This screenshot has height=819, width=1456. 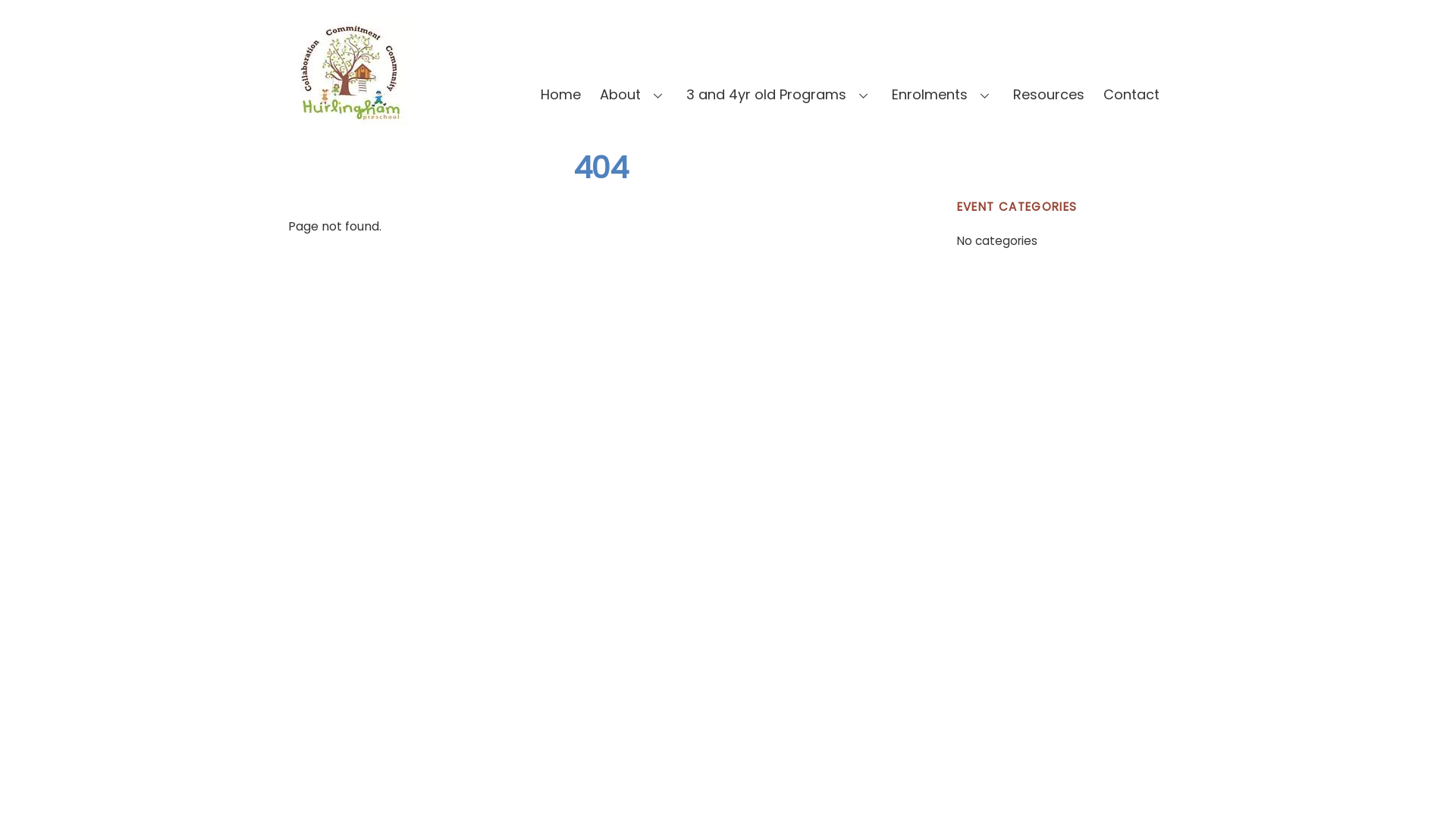 What do you see at coordinates (1047, 94) in the screenshot?
I see `'Resources'` at bounding box center [1047, 94].